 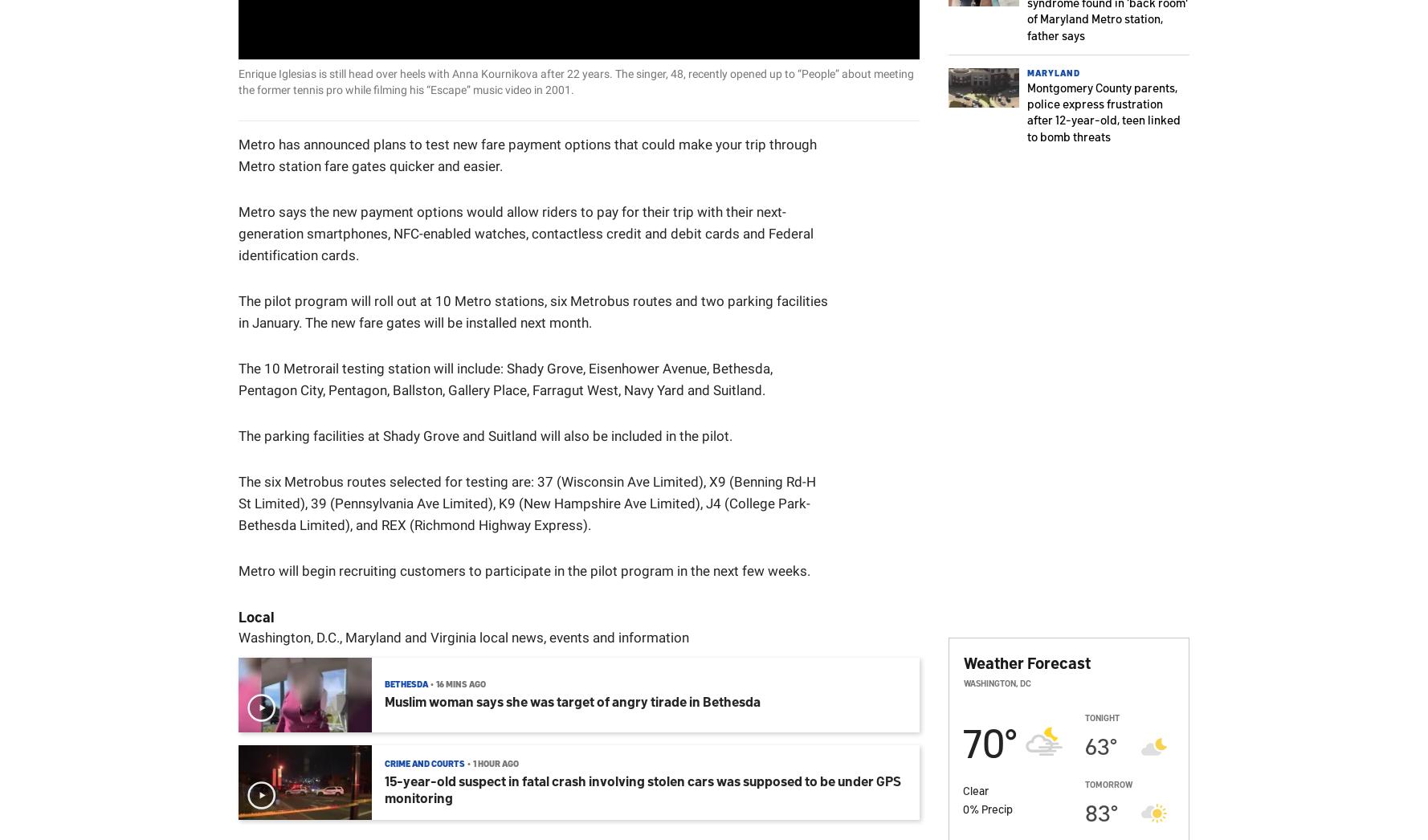 What do you see at coordinates (643, 787) in the screenshot?
I see `'15-year-old suspect in fatal crash involving stolen cars was supposed to be under GPS monitoring'` at bounding box center [643, 787].